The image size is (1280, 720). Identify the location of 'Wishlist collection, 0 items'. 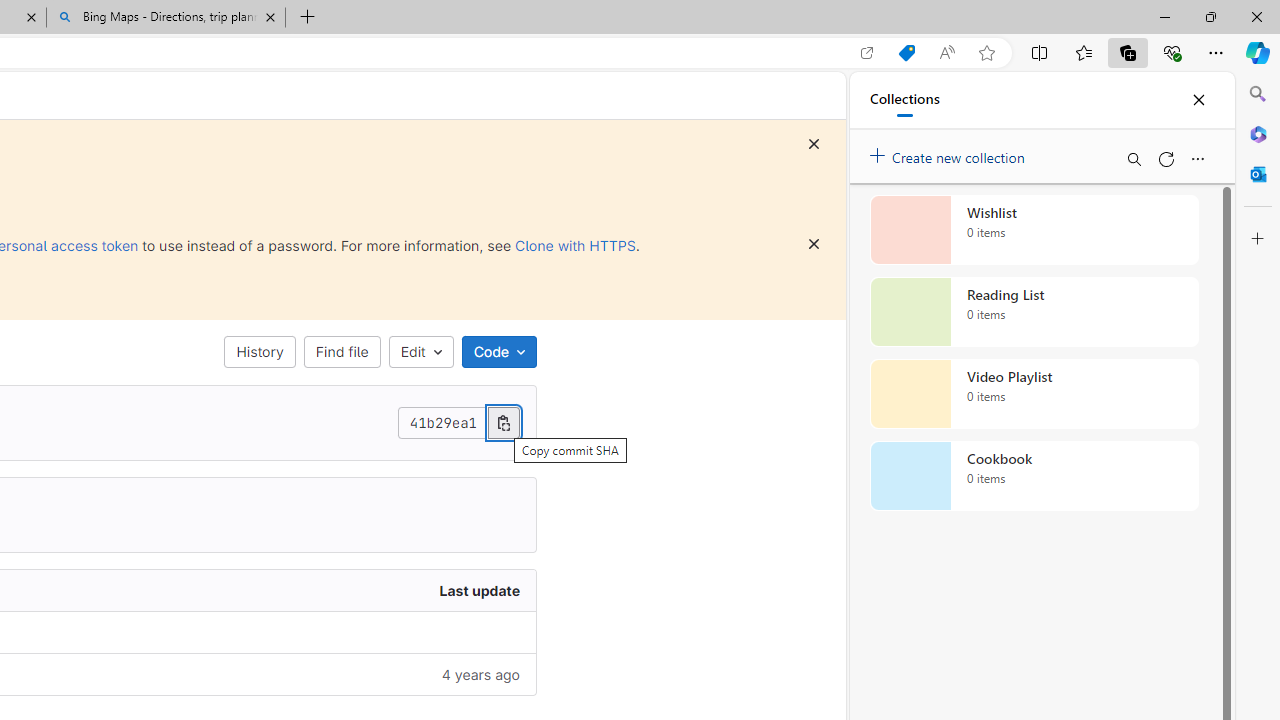
(1034, 229).